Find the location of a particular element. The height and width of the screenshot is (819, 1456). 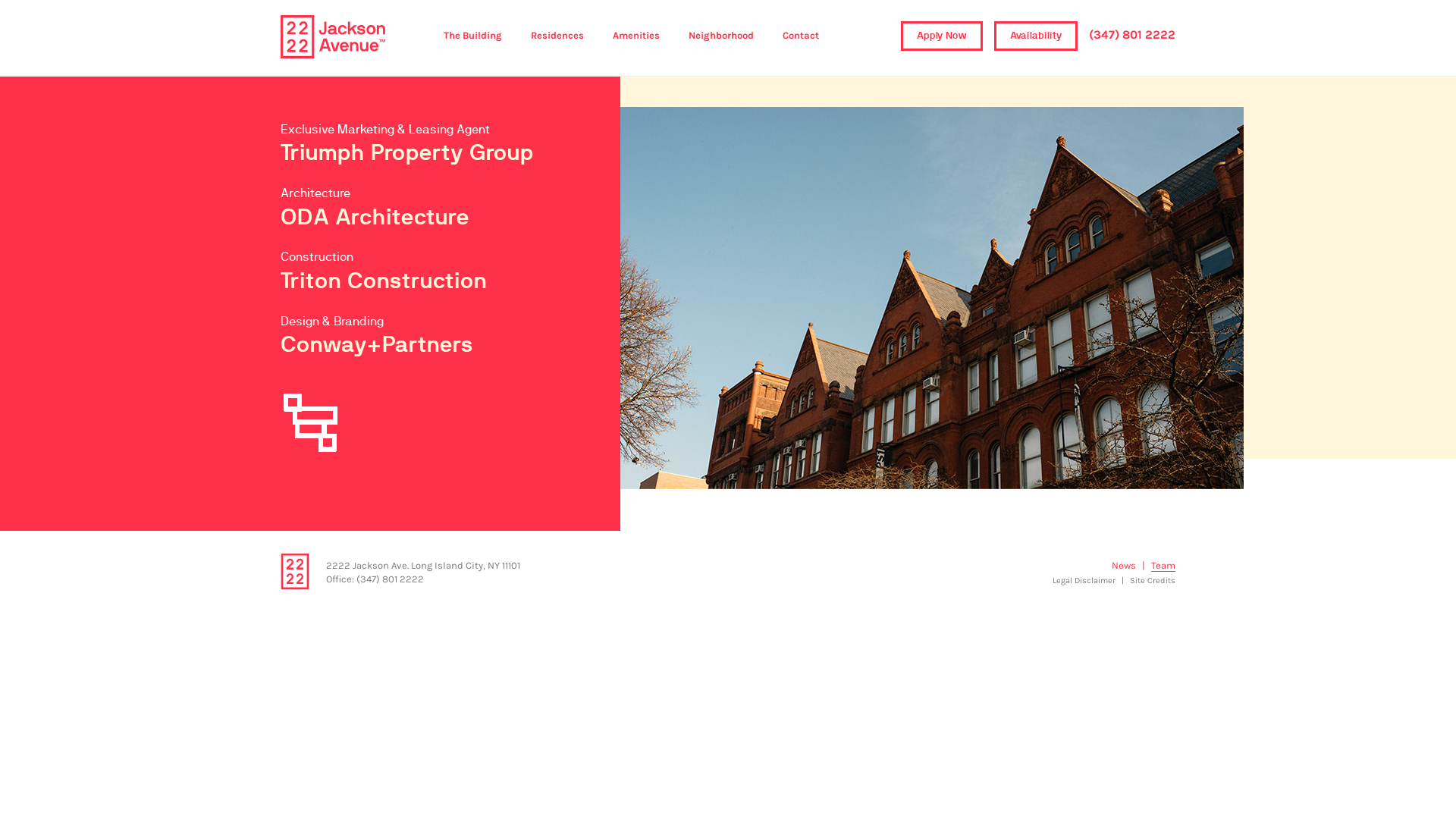

'2222 Jackson Avenue' is located at coordinates (331, 36).